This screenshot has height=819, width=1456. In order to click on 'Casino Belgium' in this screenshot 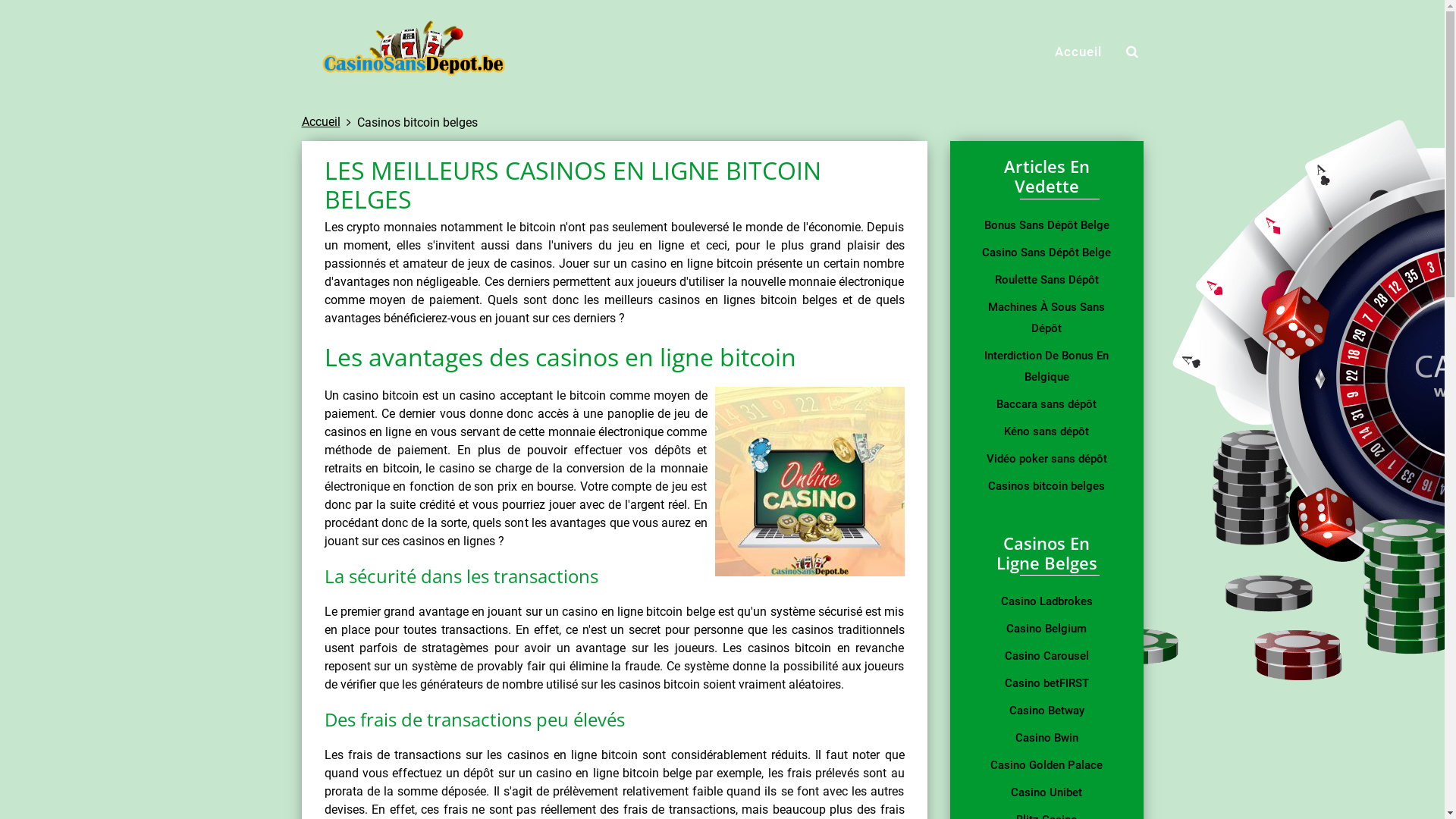, I will do `click(1045, 629)`.